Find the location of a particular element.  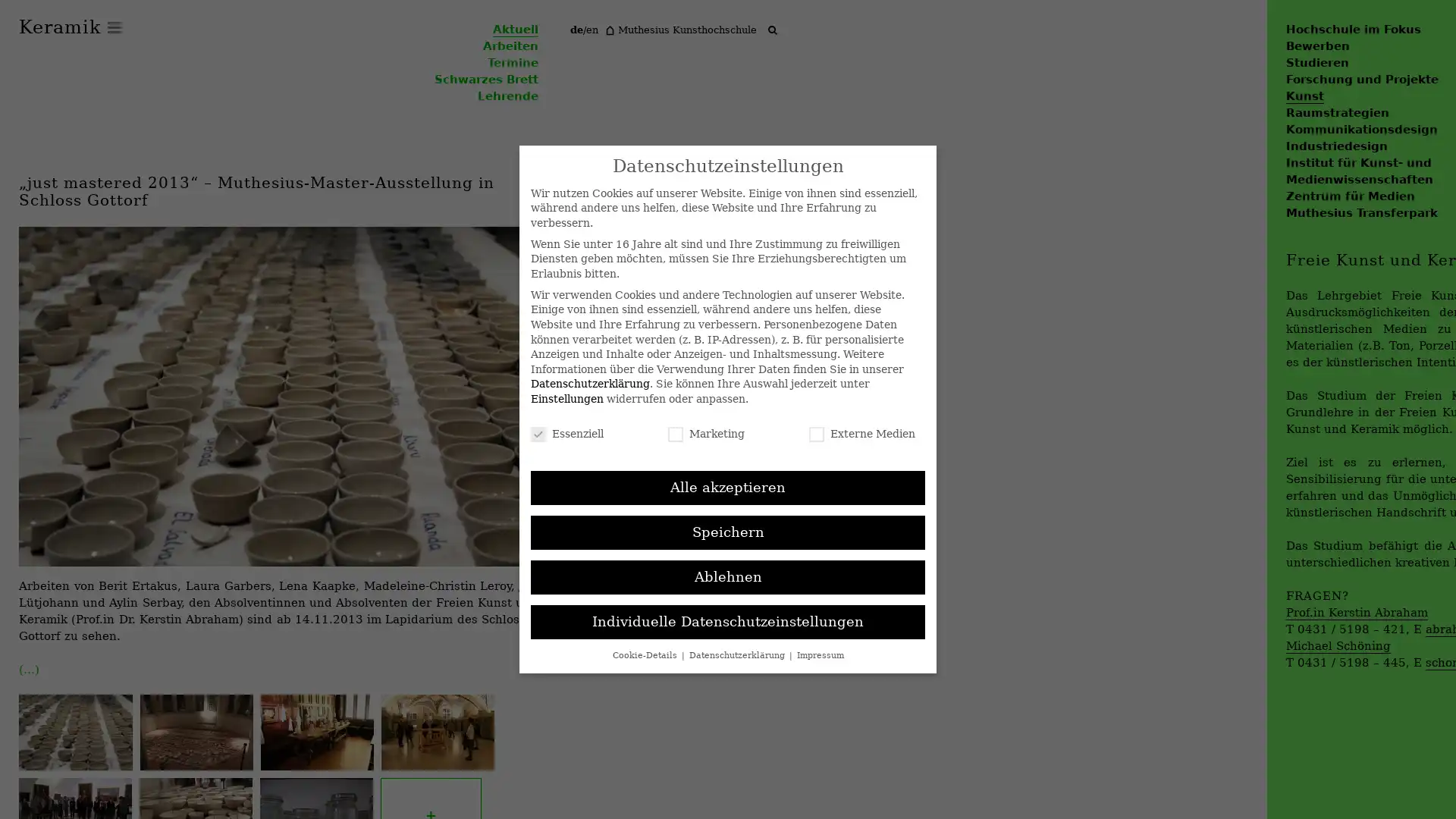

Individuelle Datenschutzeinstellungen is located at coordinates (728, 622).